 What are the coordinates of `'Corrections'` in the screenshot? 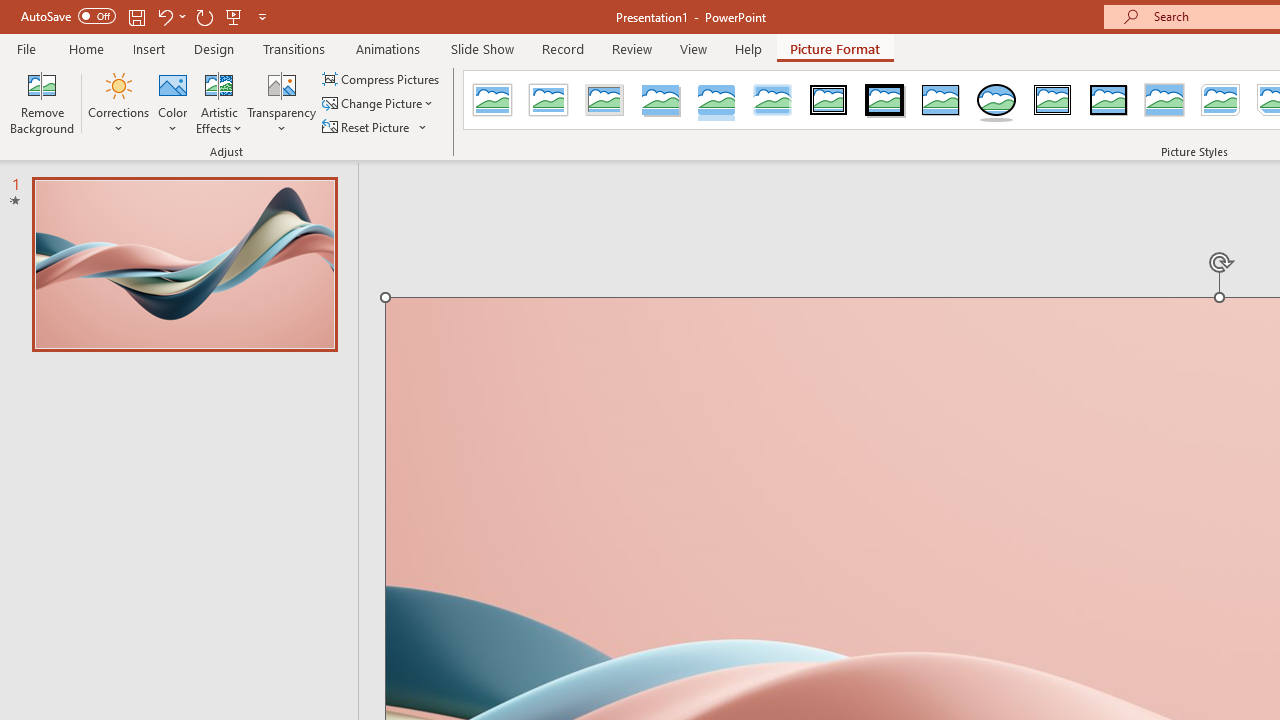 It's located at (118, 103).